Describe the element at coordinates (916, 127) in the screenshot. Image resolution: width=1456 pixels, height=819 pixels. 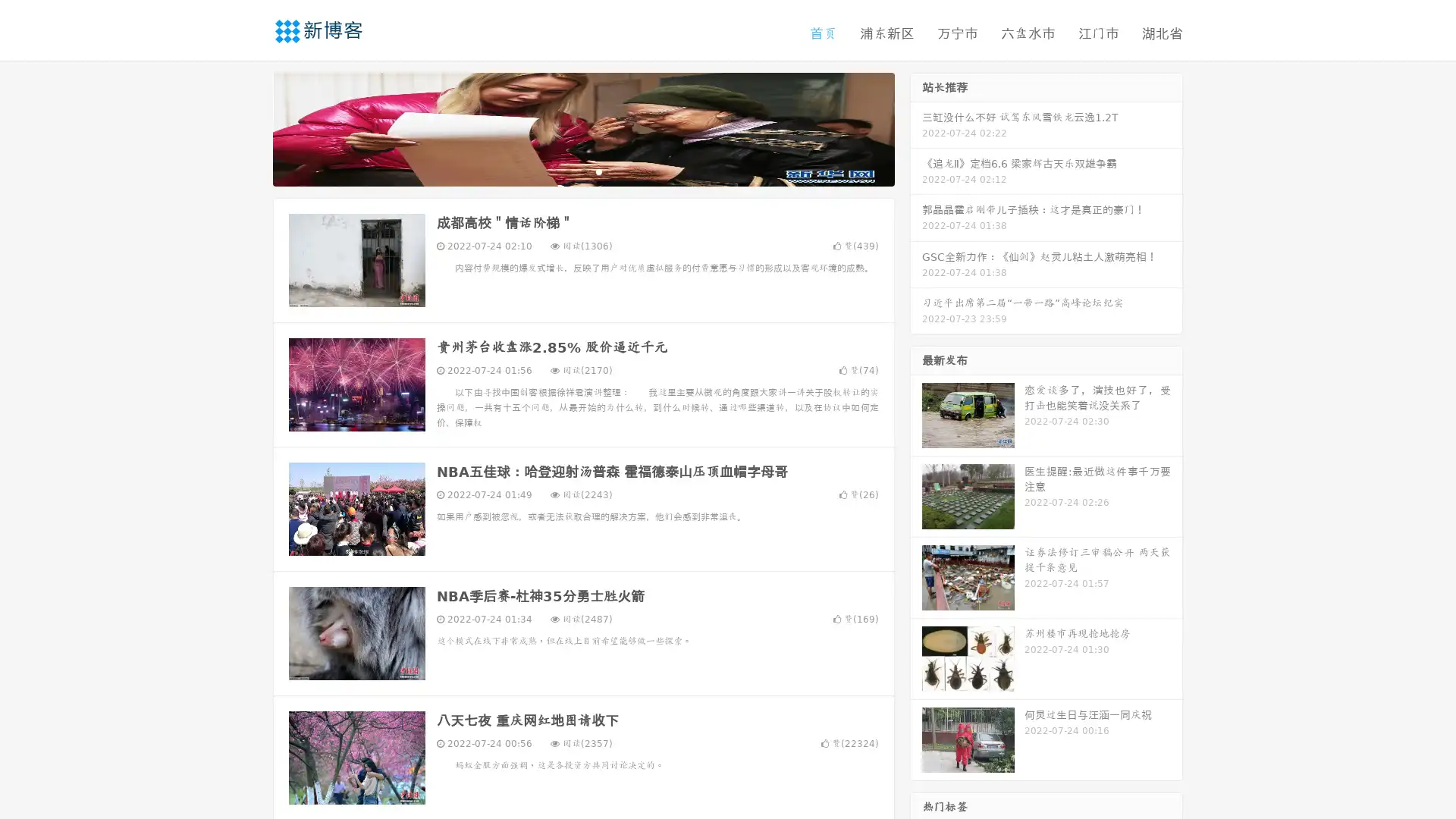
I see `Next slide` at that location.